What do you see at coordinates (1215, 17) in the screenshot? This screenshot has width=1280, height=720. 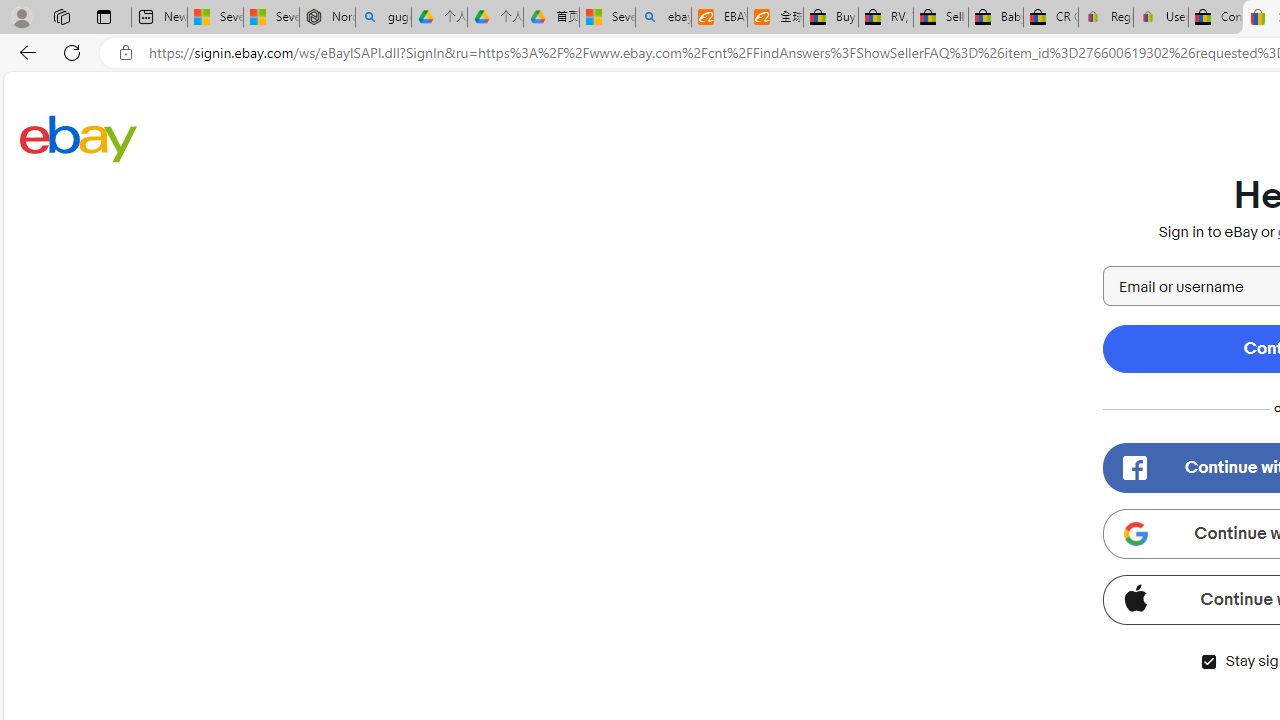 I see `'Consumer Health Data Privacy Policy - eBay Inc.'` at bounding box center [1215, 17].